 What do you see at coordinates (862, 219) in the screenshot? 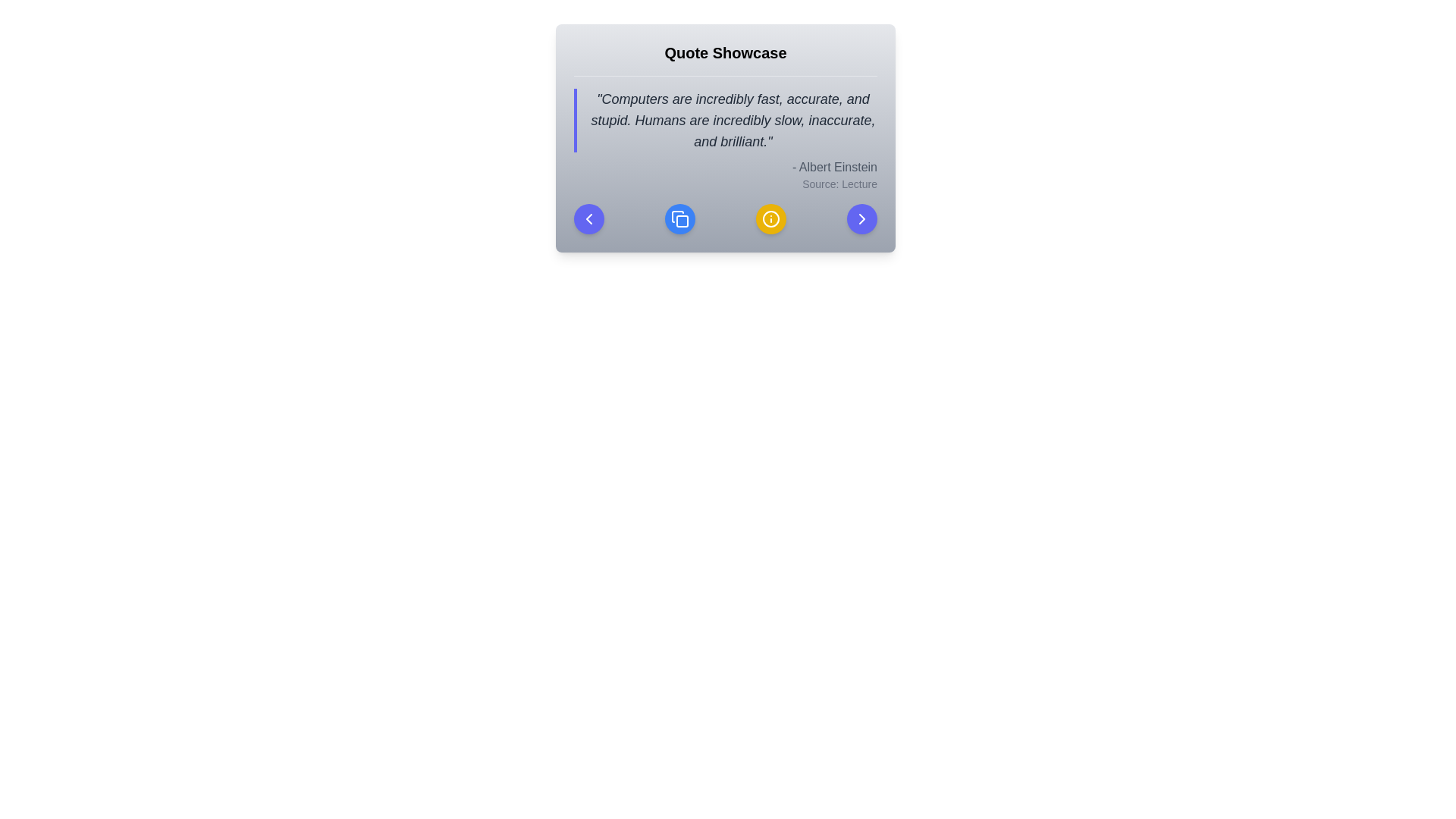
I see `the right-pointing chevron icon, which is styled as an SVG graphic in white and located at the center of a circular indigo button at the bottom-right corner of a card layout, to potentially reveal a tooltip` at bounding box center [862, 219].